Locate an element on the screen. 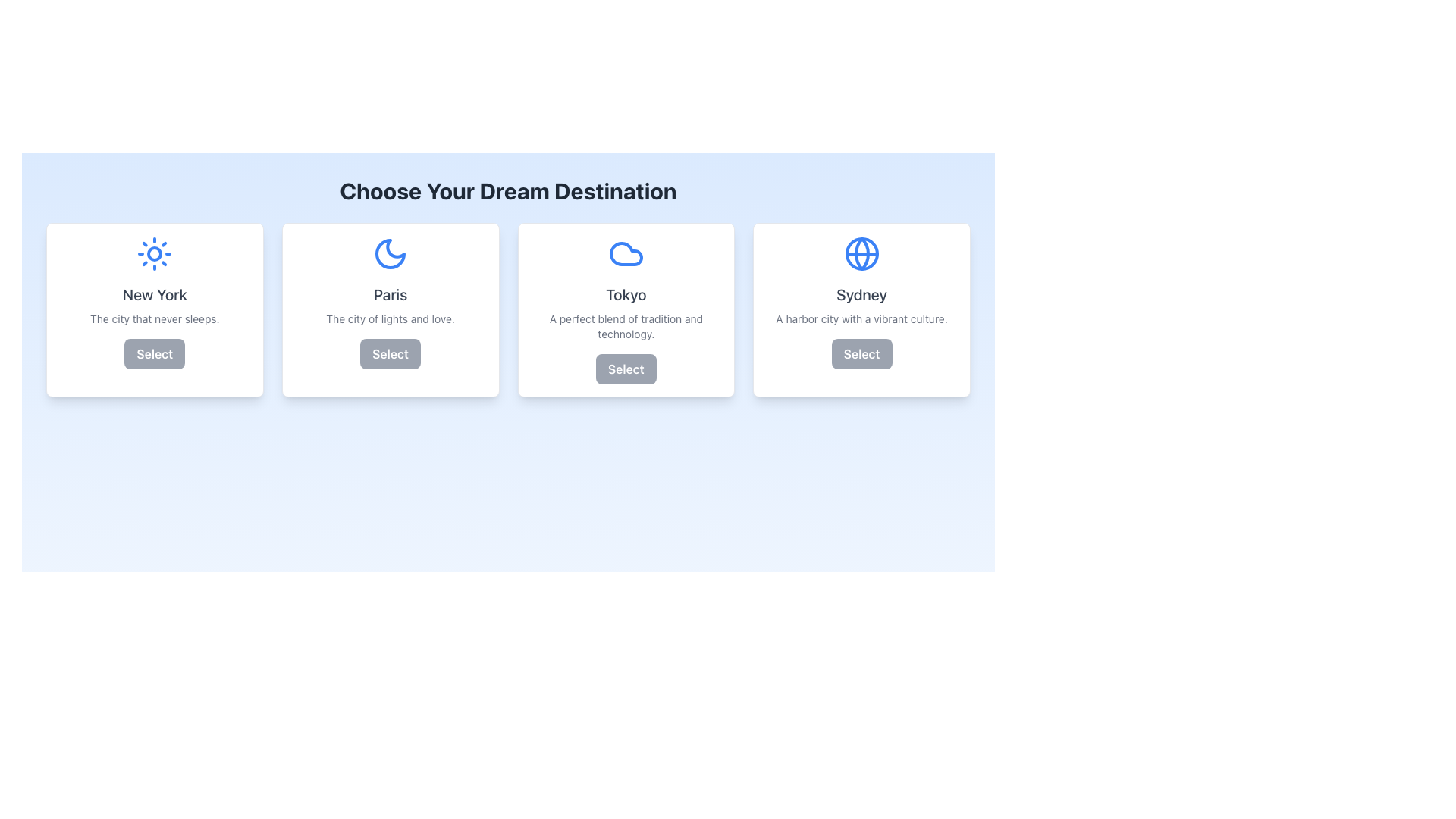  the text label that identifies the destination 'Paris', which is centrally positioned in its card above the description and button is located at coordinates (391, 295).